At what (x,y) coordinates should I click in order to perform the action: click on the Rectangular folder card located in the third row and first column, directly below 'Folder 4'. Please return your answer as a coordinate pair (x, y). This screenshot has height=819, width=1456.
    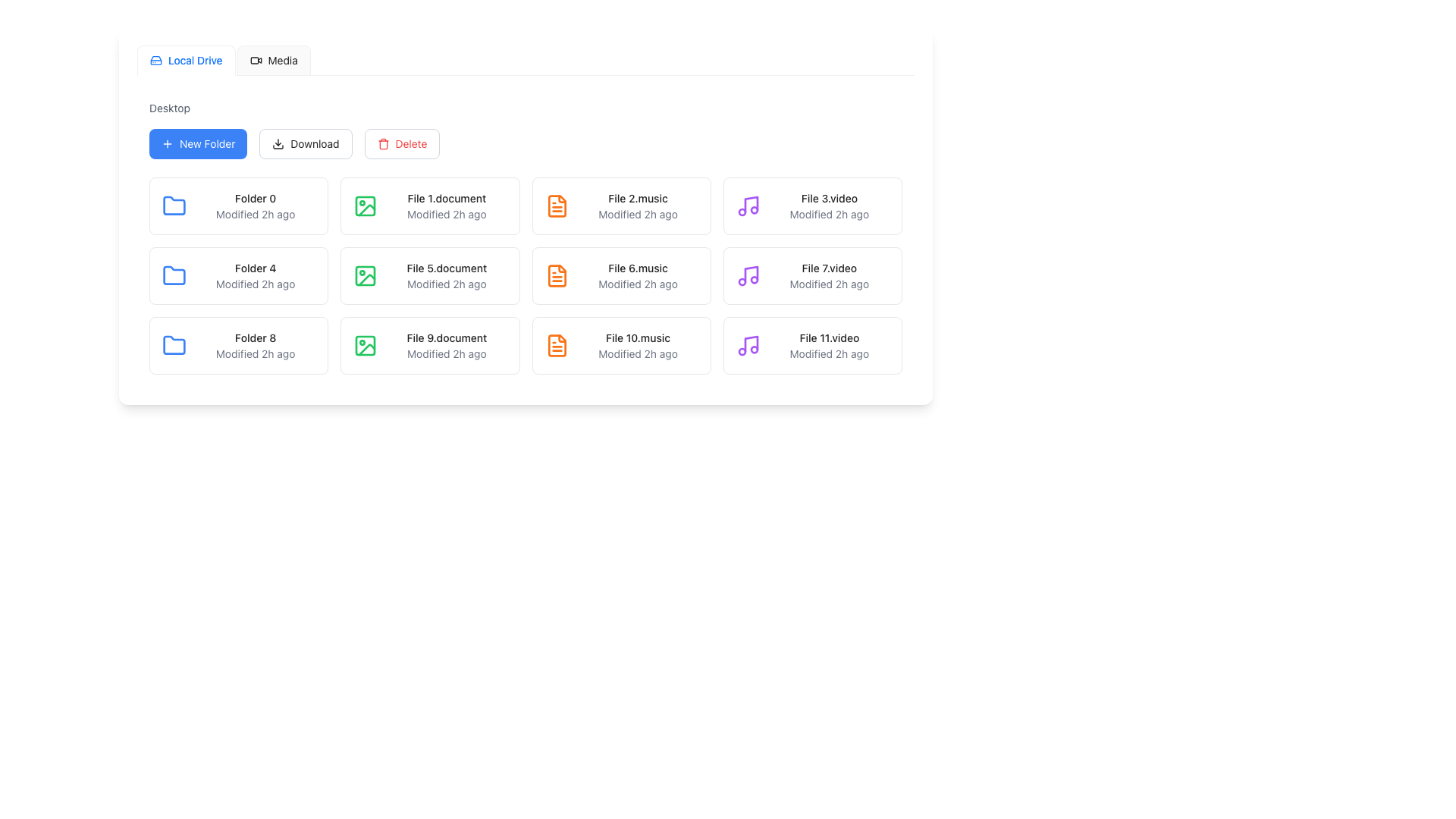
    Looking at the image, I should click on (238, 345).